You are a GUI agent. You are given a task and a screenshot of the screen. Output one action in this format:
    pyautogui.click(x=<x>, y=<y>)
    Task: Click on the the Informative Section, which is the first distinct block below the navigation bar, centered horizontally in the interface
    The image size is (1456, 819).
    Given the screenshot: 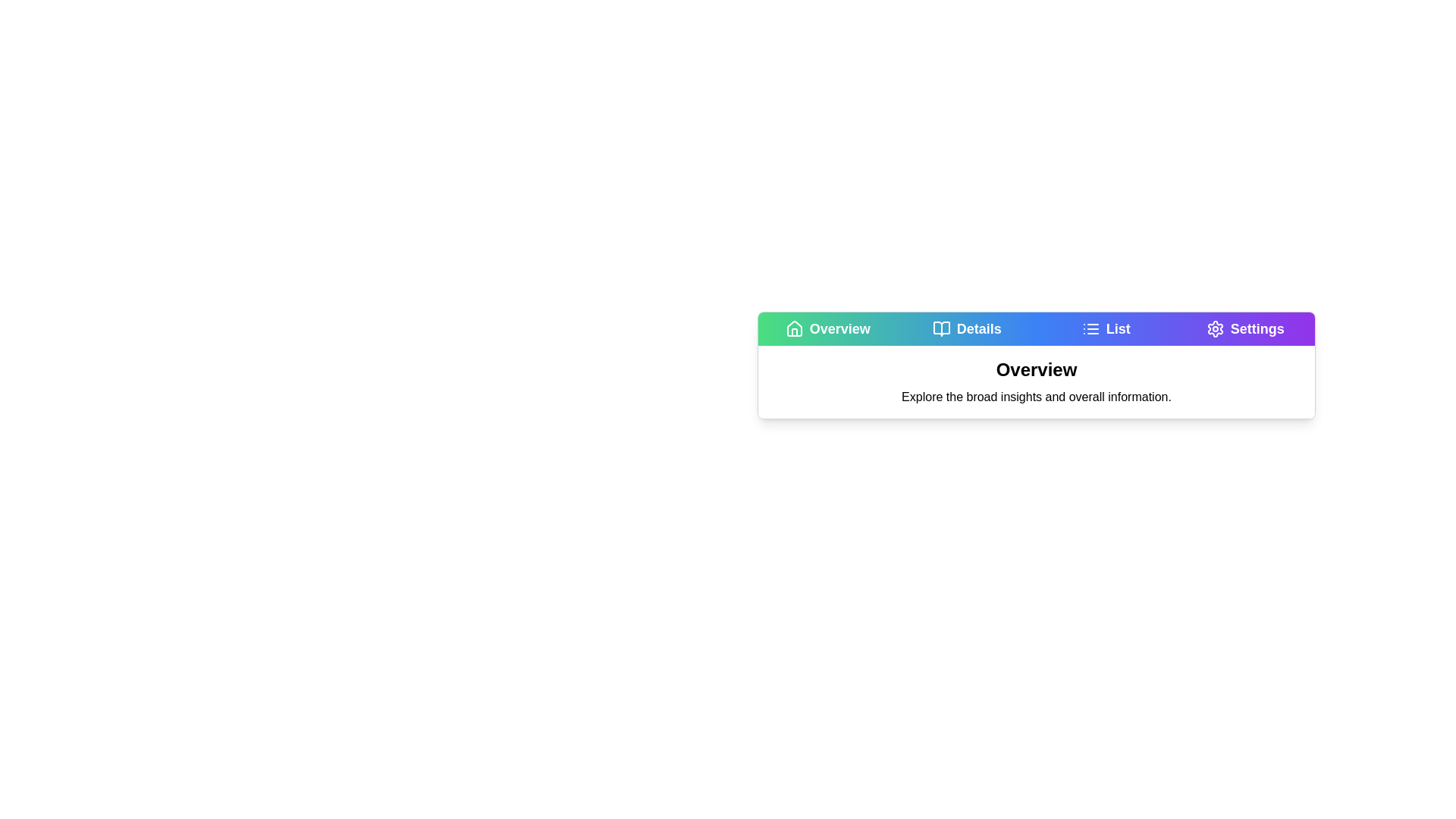 What is the action you would take?
    pyautogui.click(x=1036, y=366)
    